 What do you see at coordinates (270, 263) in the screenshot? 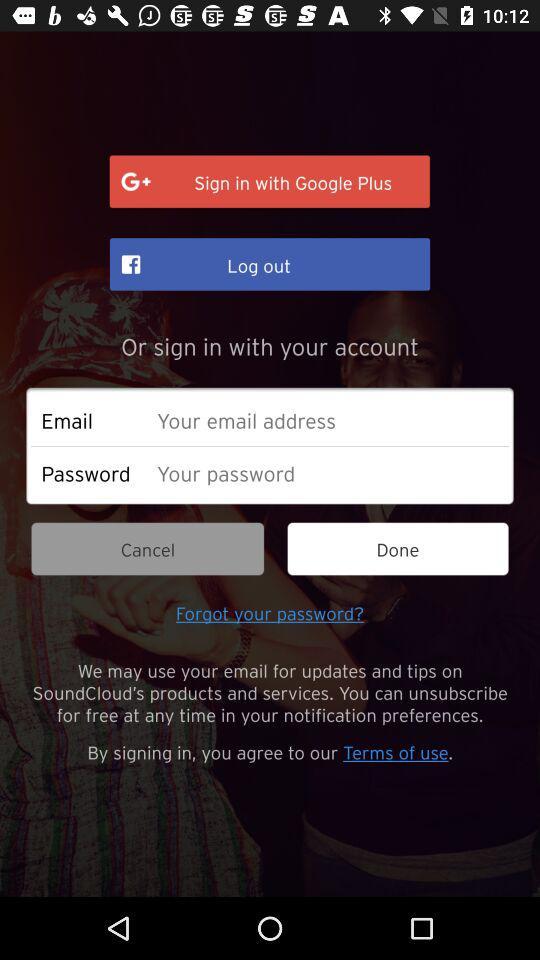
I see `item below sign in with item` at bounding box center [270, 263].